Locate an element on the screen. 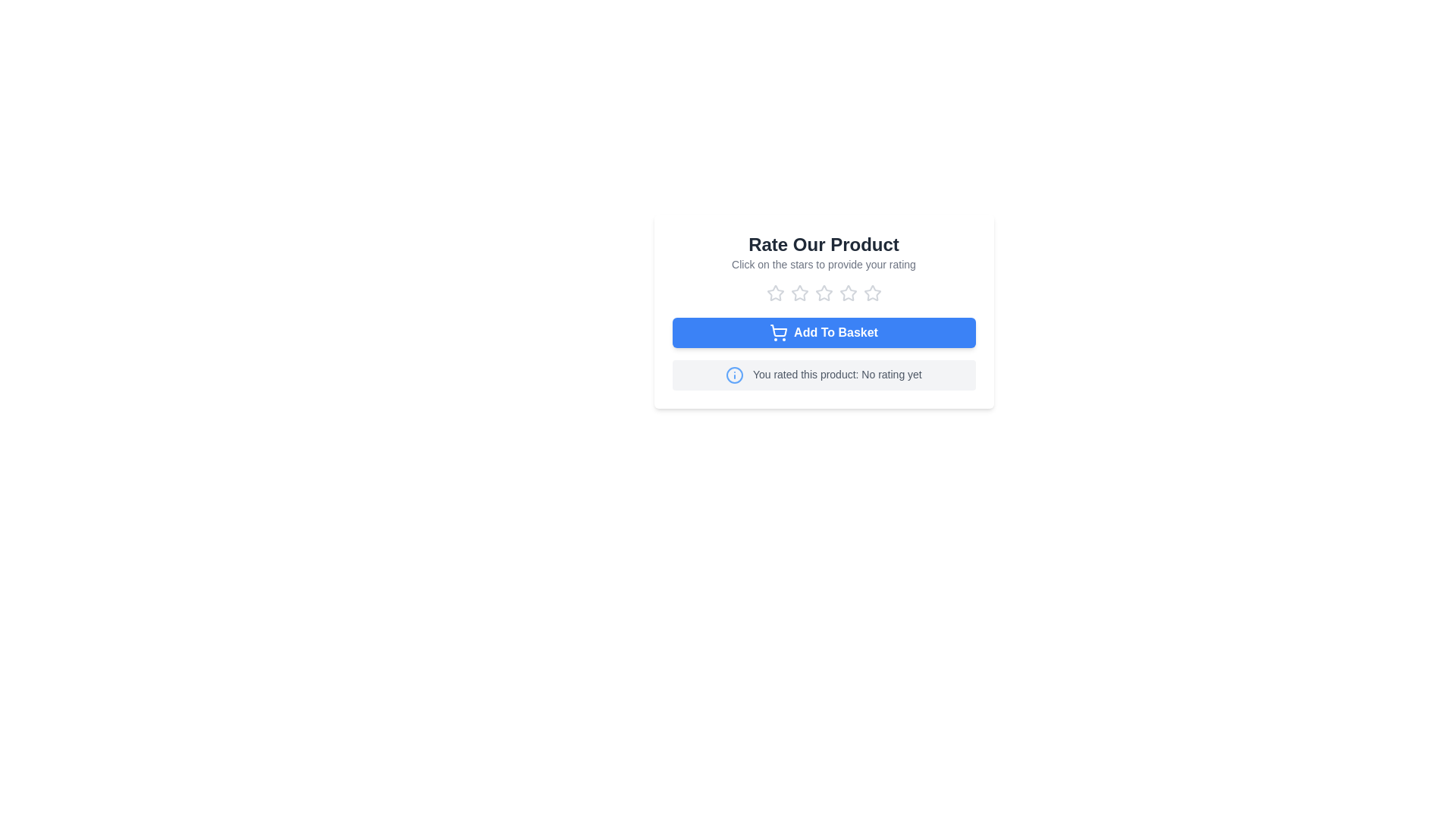  the circular blue icon with an 'i' symbol located to the left of the text message 'You rated this product: No rating yet' is located at coordinates (735, 375).